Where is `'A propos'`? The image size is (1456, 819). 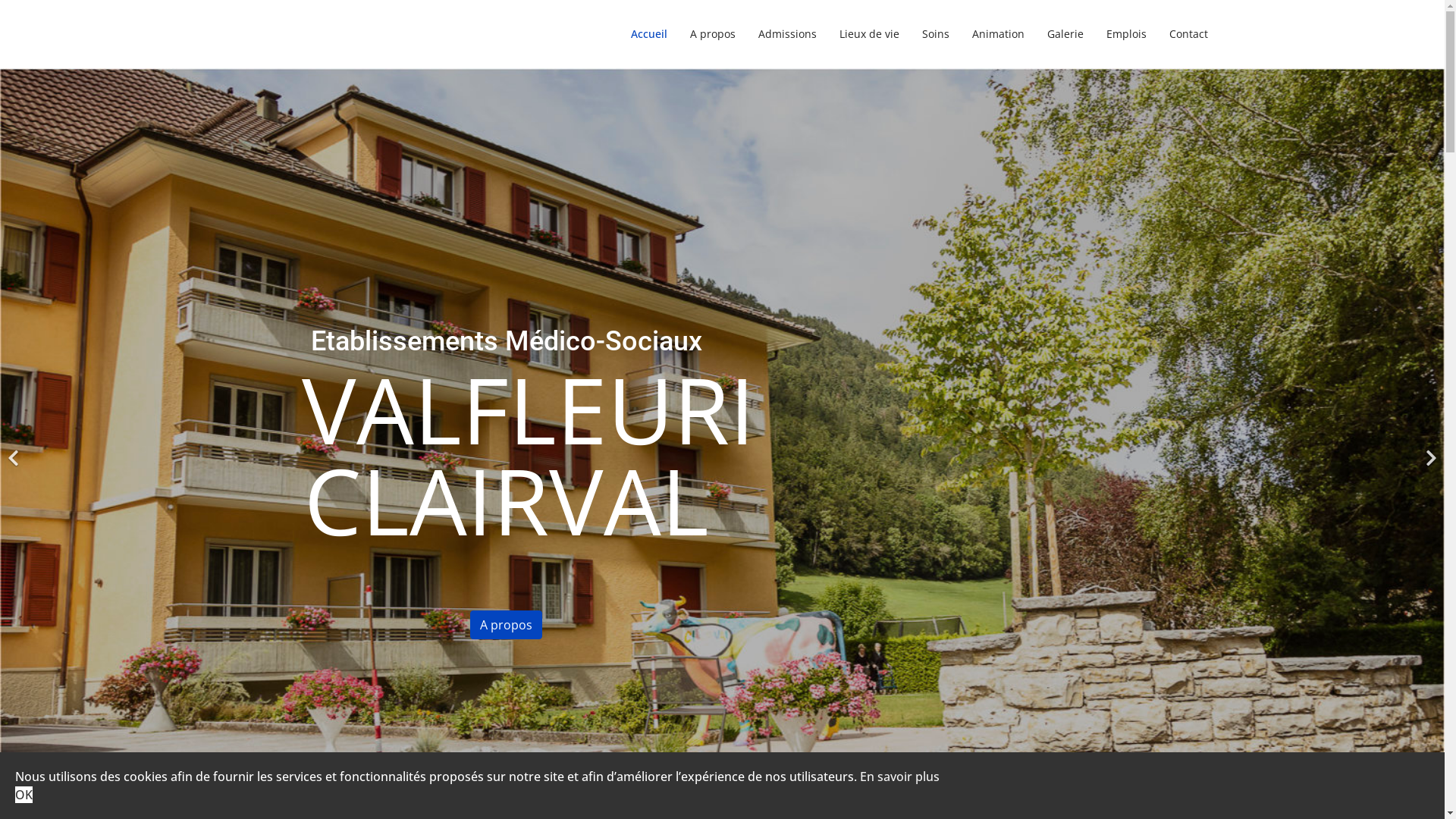 'A propos' is located at coordinates (711, 34).